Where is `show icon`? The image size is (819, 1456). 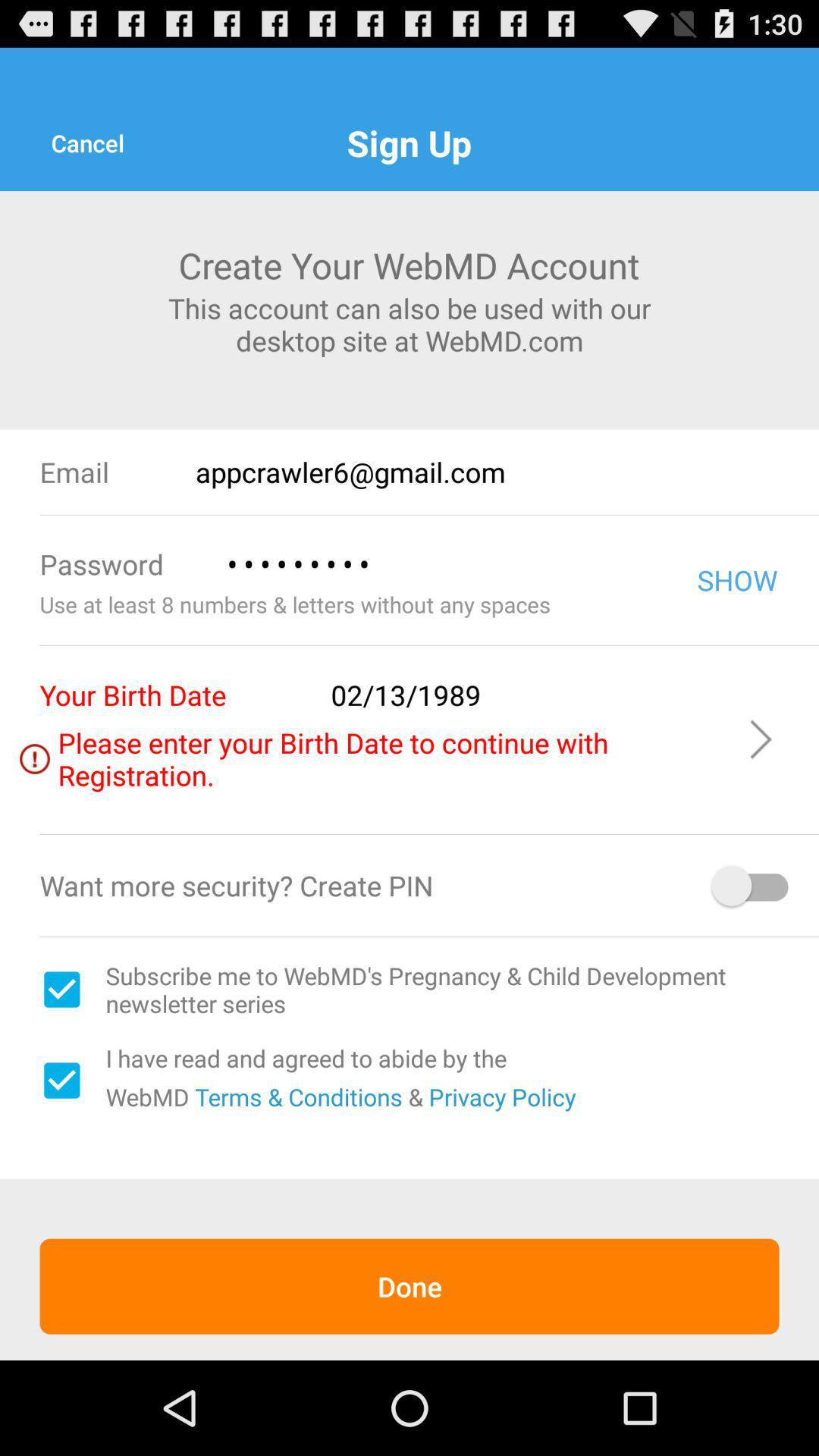 show icon is located at coordinates (736, 579).